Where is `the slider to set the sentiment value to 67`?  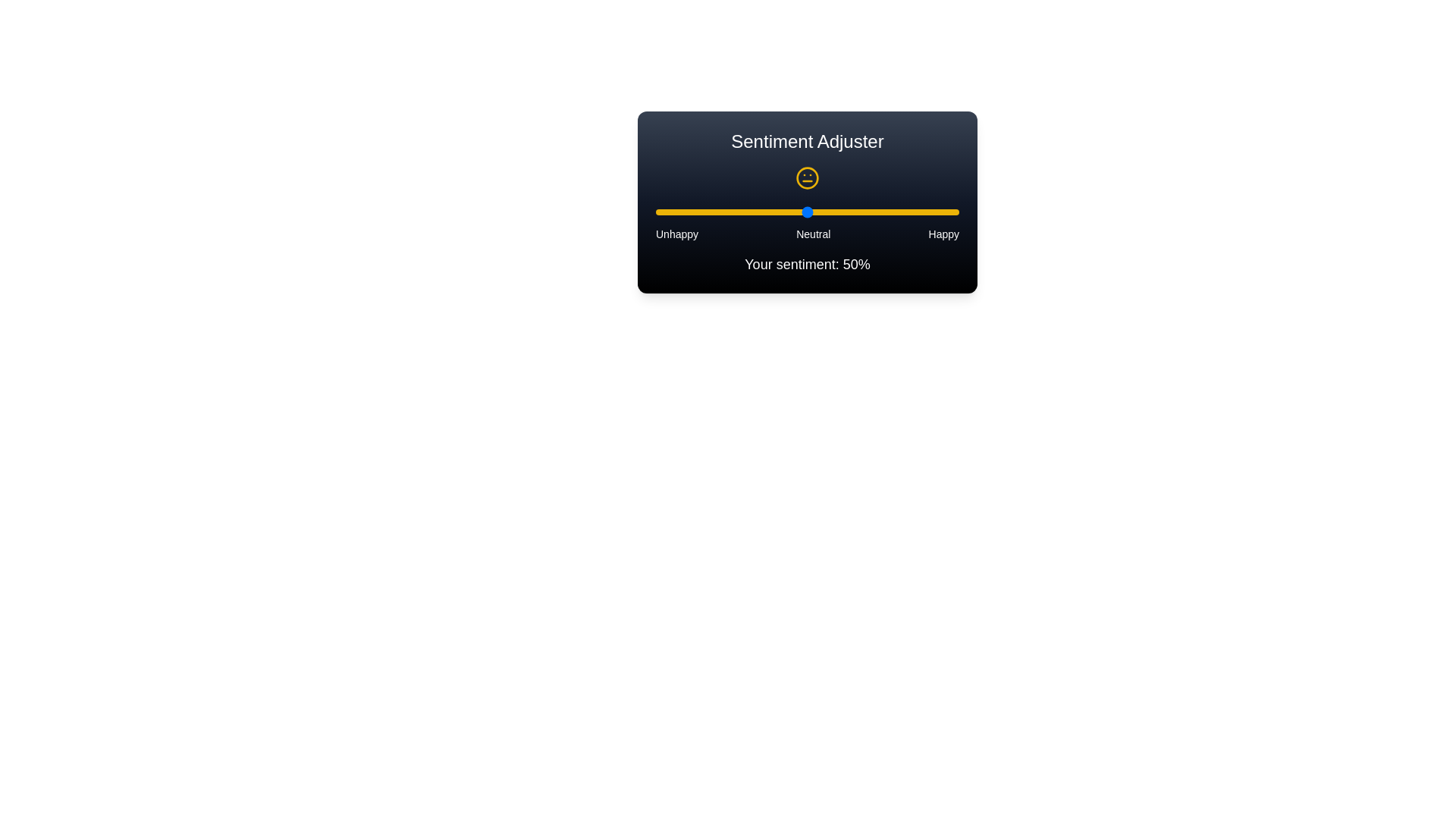
the slider to set the sentiment value to 67 is located at coordinates (858, 212).